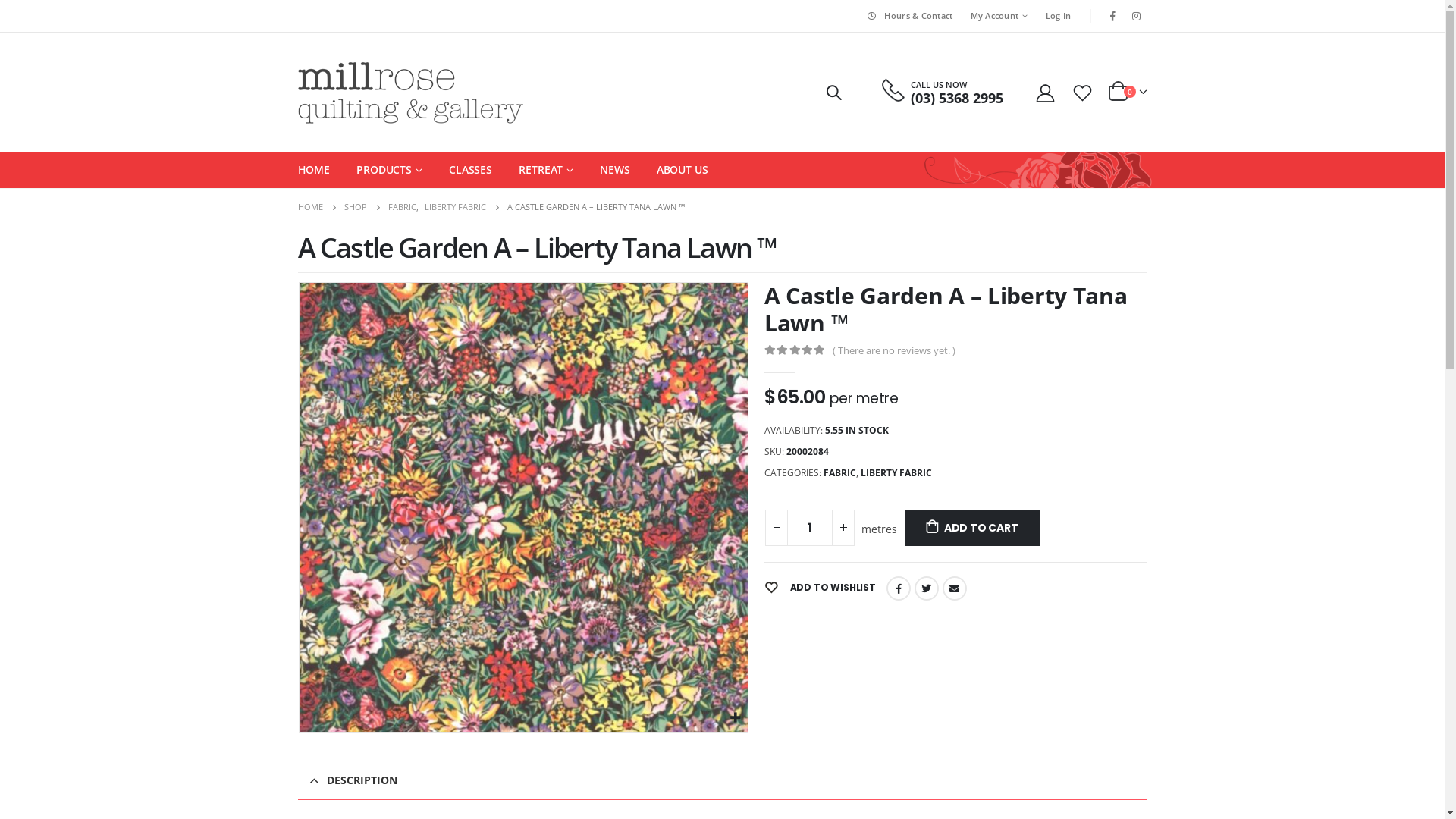 Image resolution: width=1456 pixels, height=819 pixels. I want to click on 'RETREAT', so click(519, 169).